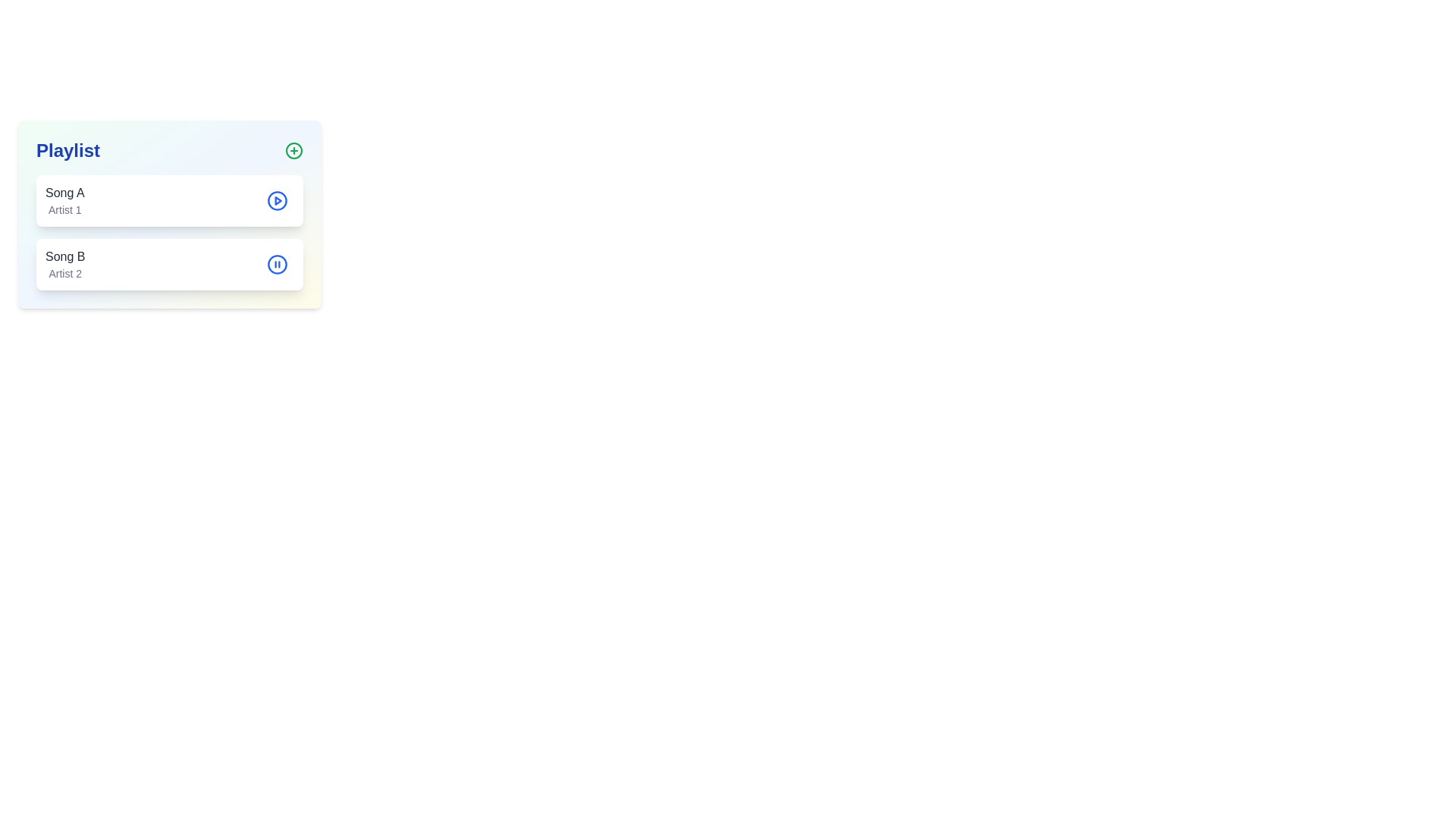 This screenshot has width=1456, height=819. I want to click on the pause Icon button located to the right of 'Song B' in the playlist, so click(277, 263).